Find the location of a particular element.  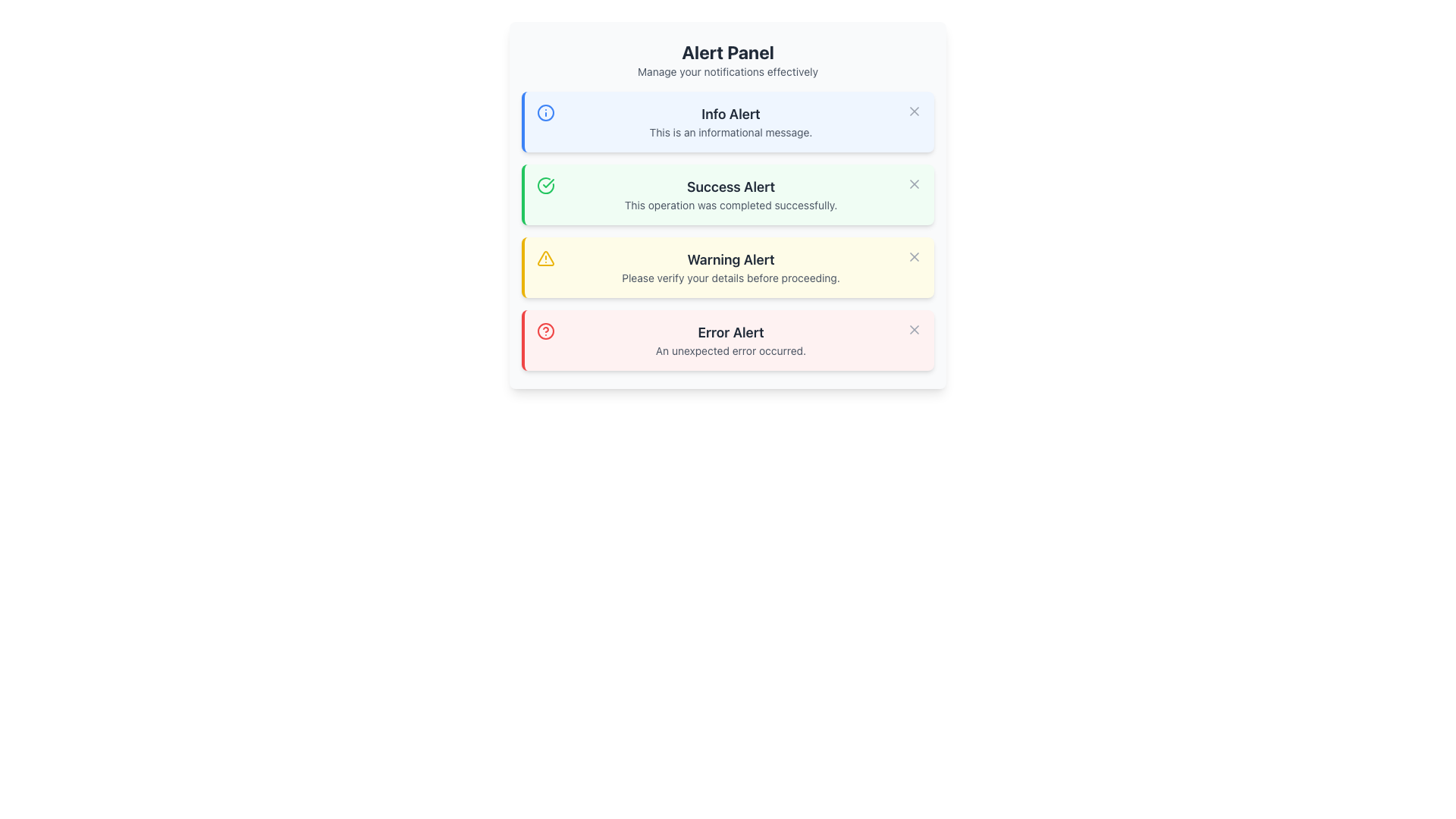

the 'Info Alert' text and informational alert box, which features a bold title and smaller gray text within a light blue background and blue border is located at coordinates (731, 121).